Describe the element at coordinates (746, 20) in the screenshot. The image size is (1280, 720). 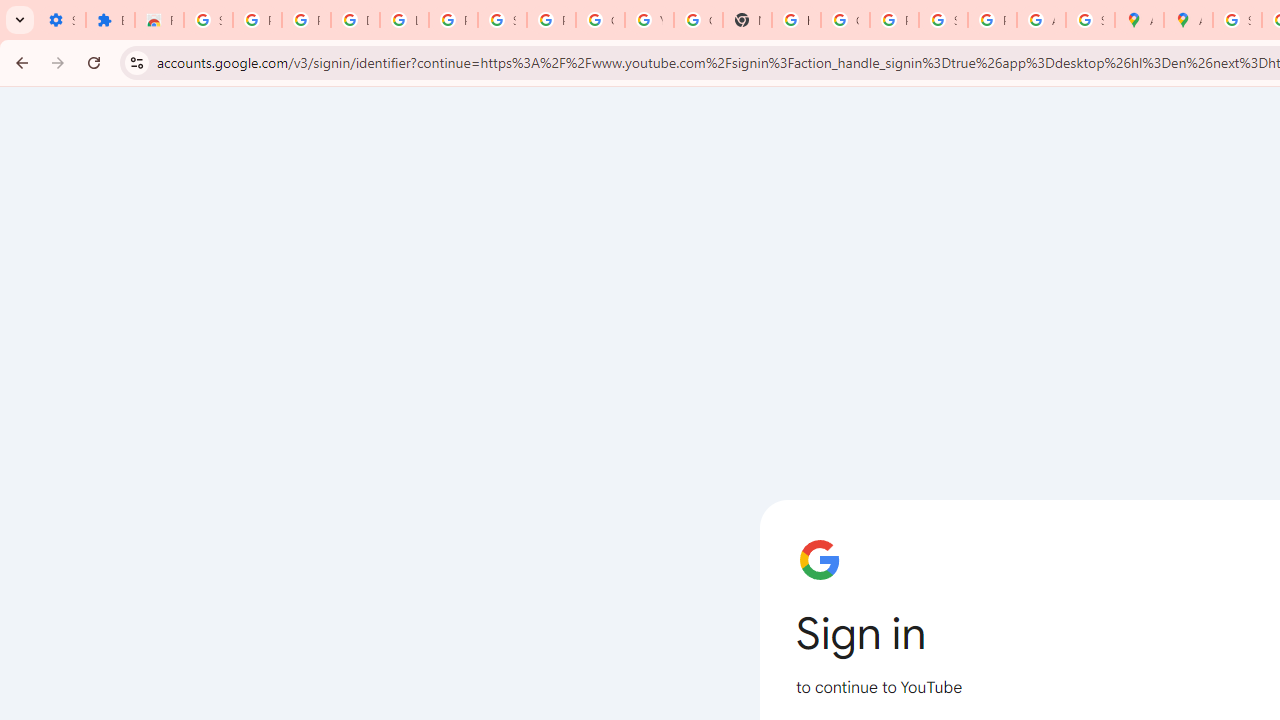
I see `'New Tab'` at that location.